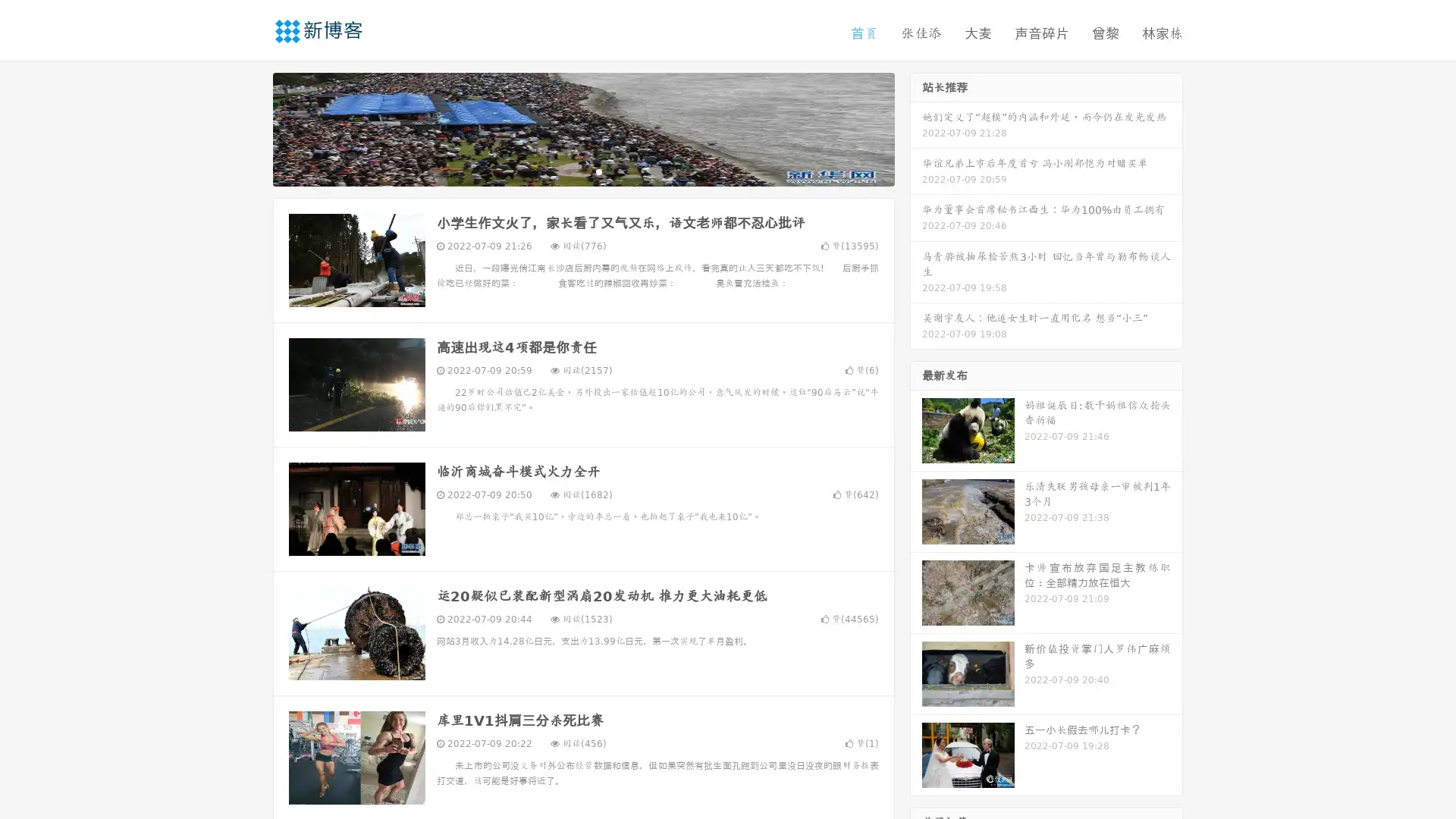 The image size is (1456, 819). What do you see at coordinates (567, 171) in the screenshot?
I see `Go to slide 1` at bounding box center [567, 171].